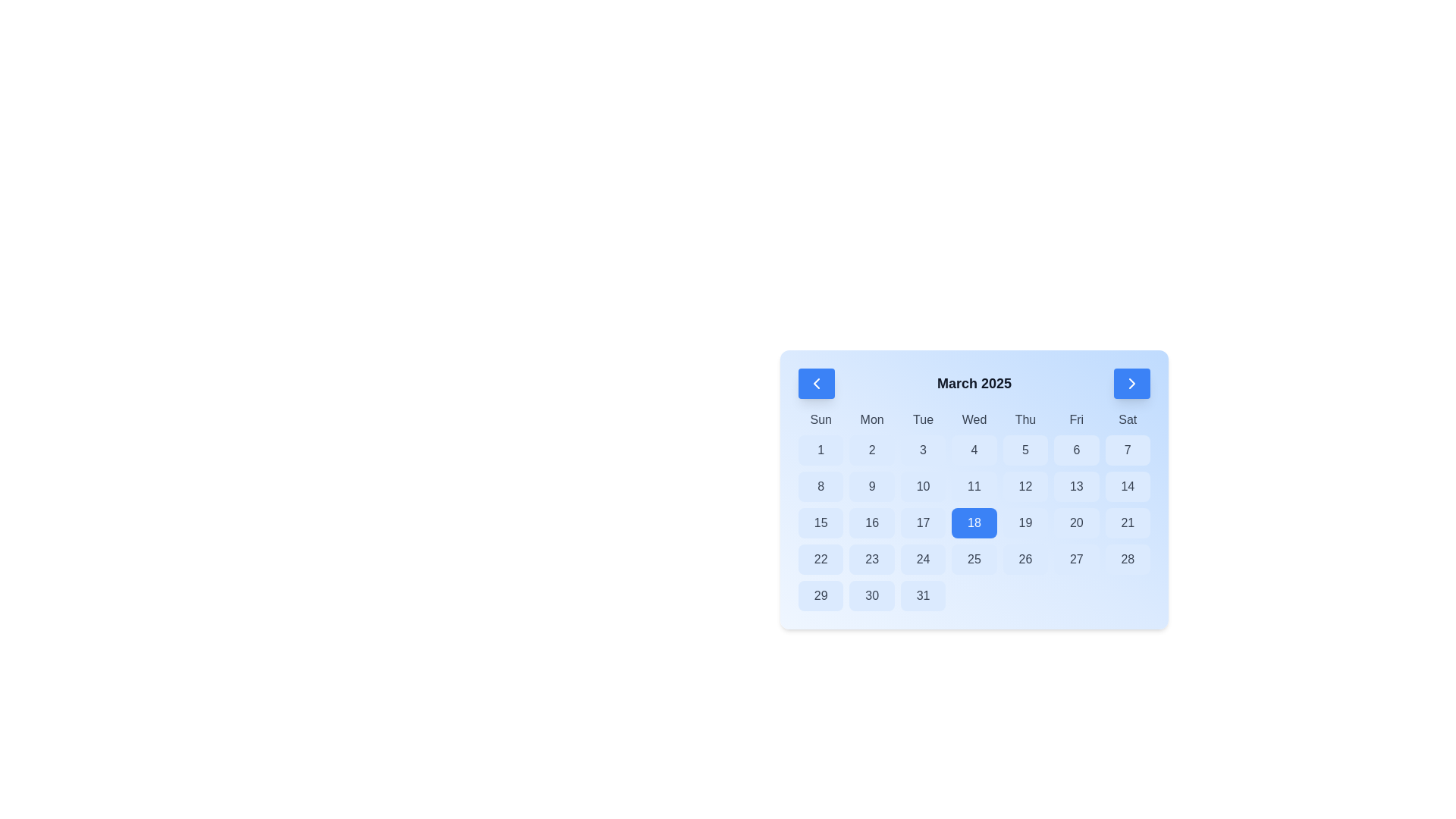 The width and height of the screenshot is (1456, 819). I want to click on the button representing the second day of the month in the calendar interface, so click(872, 450).